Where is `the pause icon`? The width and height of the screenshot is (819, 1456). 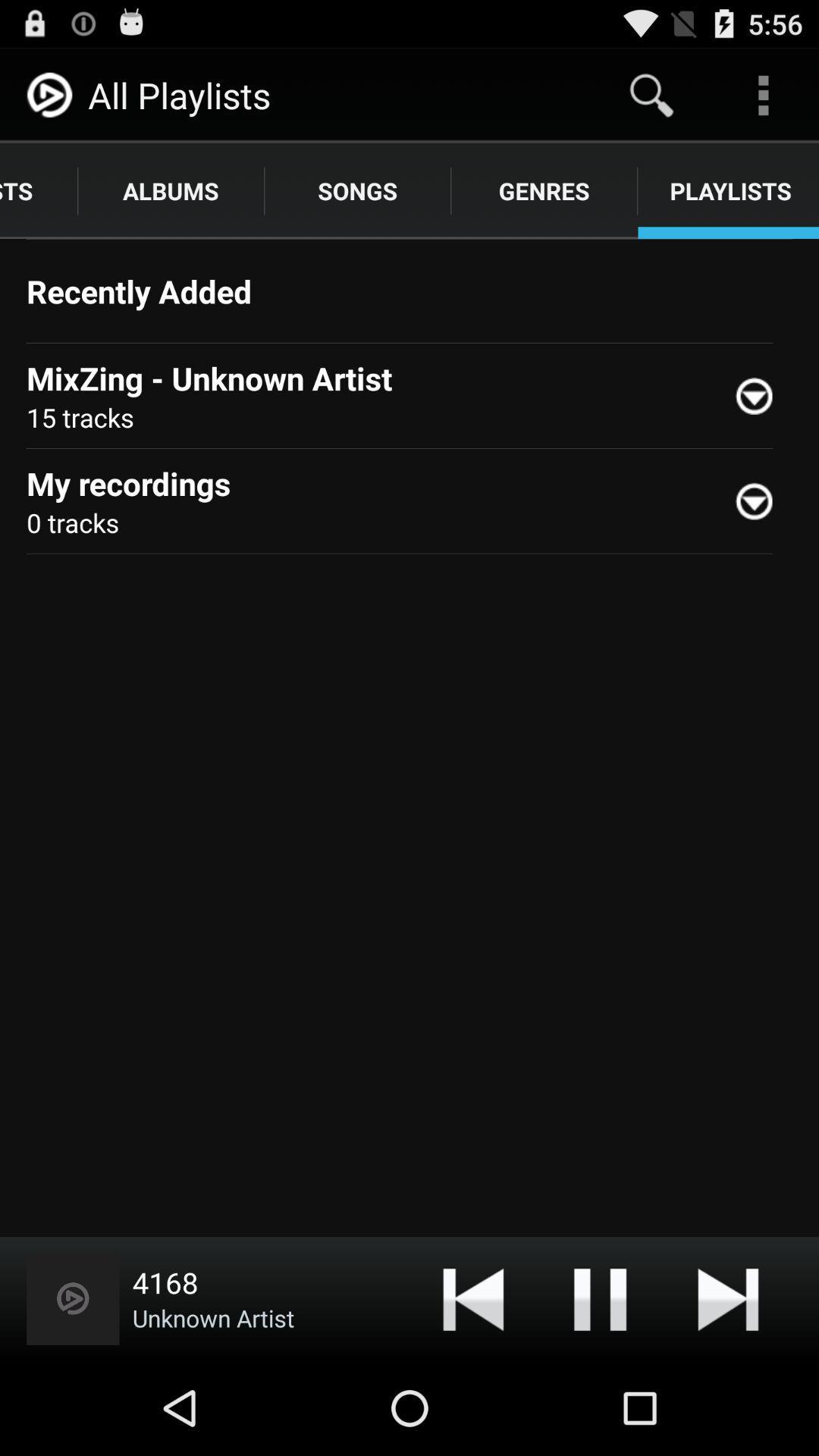
the pause icon is located at coordinates (599, 1389).